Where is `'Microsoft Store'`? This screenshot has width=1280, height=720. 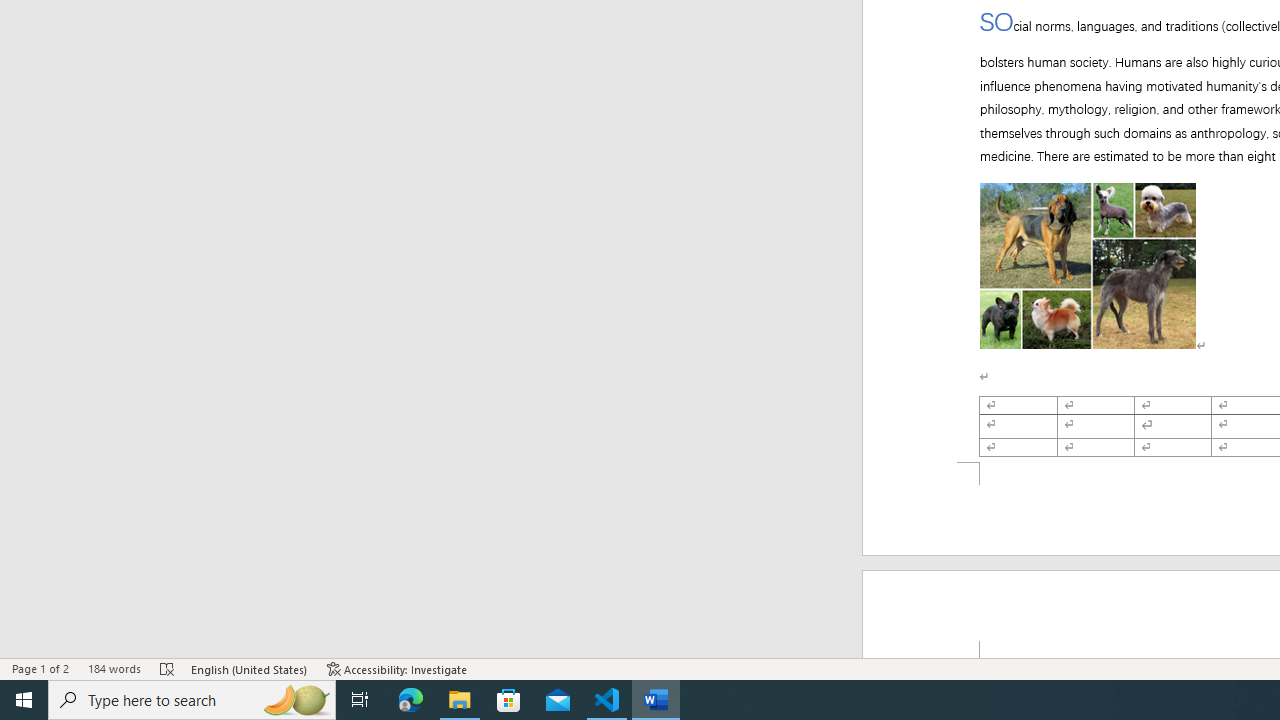
'Microsoft Store' is located at coordinates (509, 698).